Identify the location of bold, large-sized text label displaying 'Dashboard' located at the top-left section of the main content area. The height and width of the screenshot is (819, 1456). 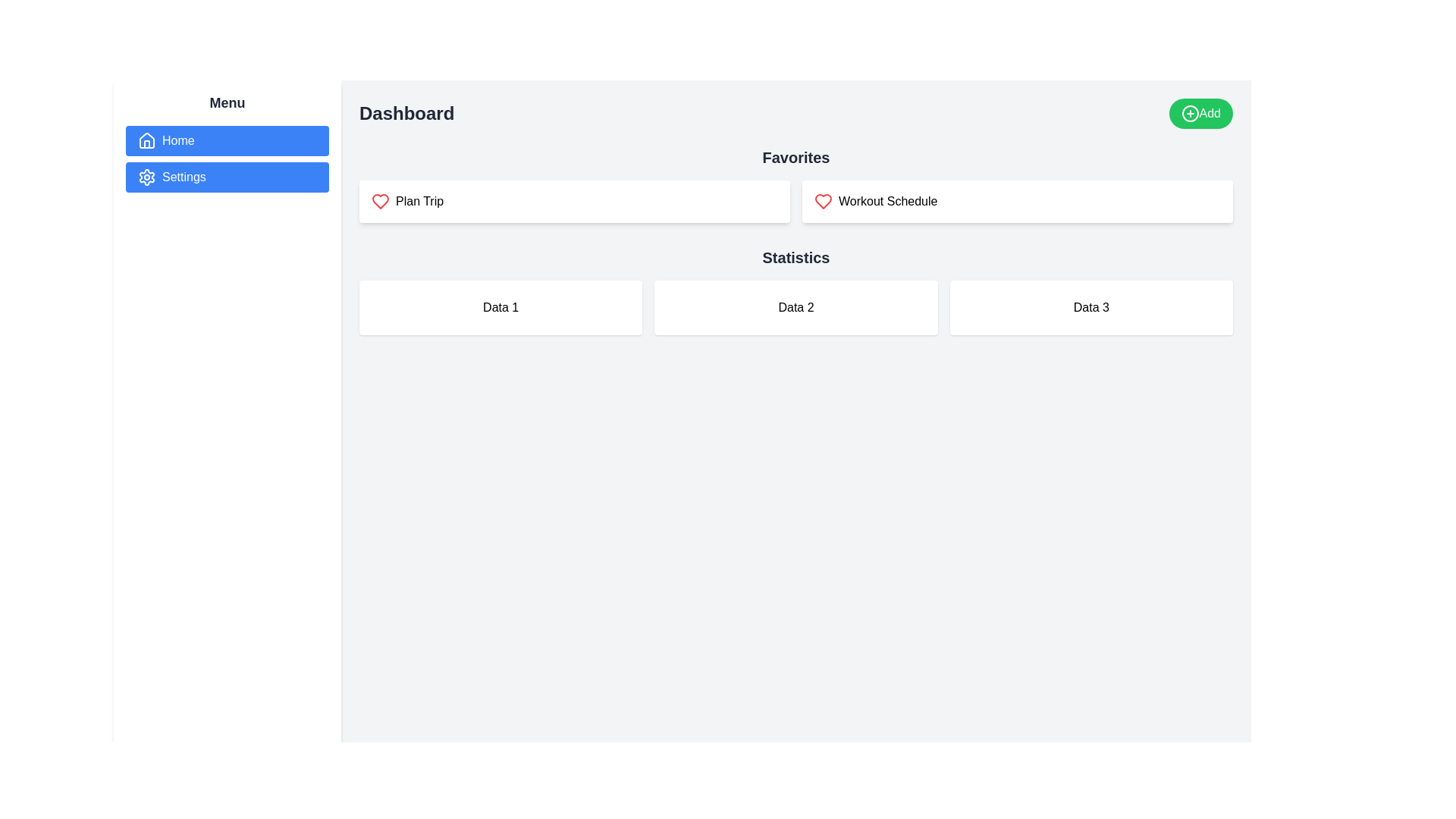
(406, 113).